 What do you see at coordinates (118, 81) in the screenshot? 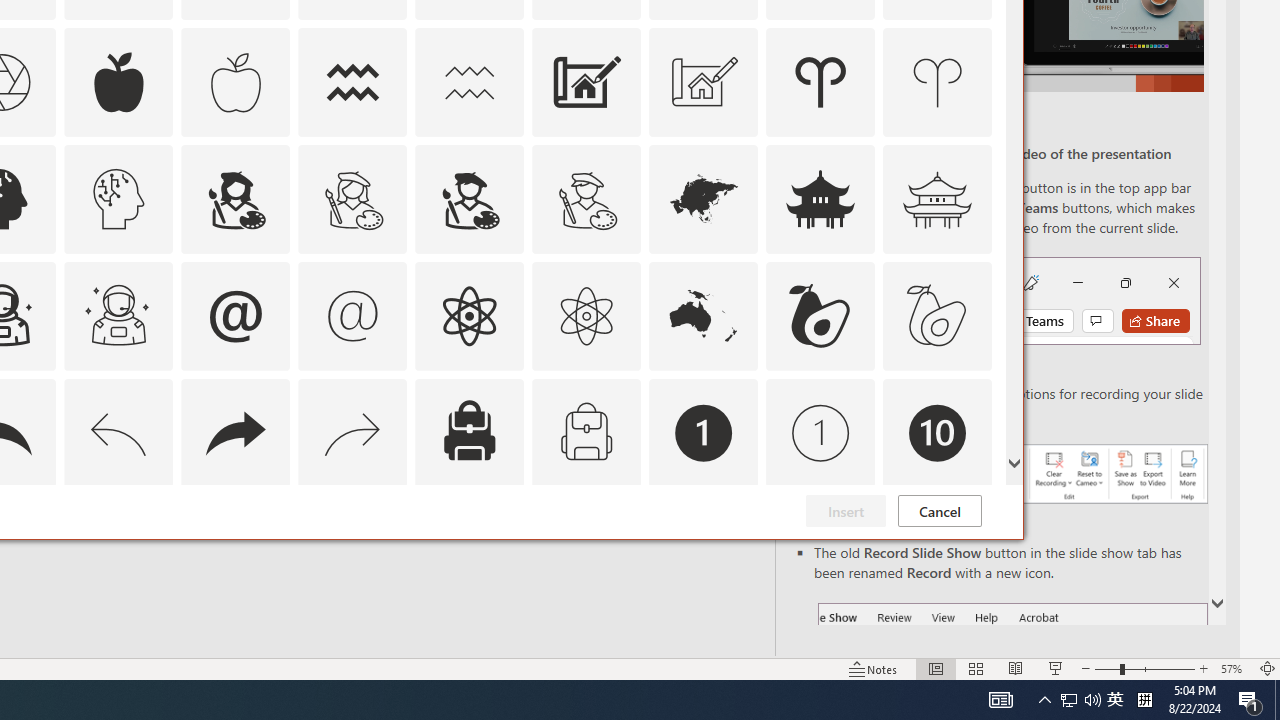
I see `'AutomationID: Icons_Apple'` at bounding box center [118, 81].